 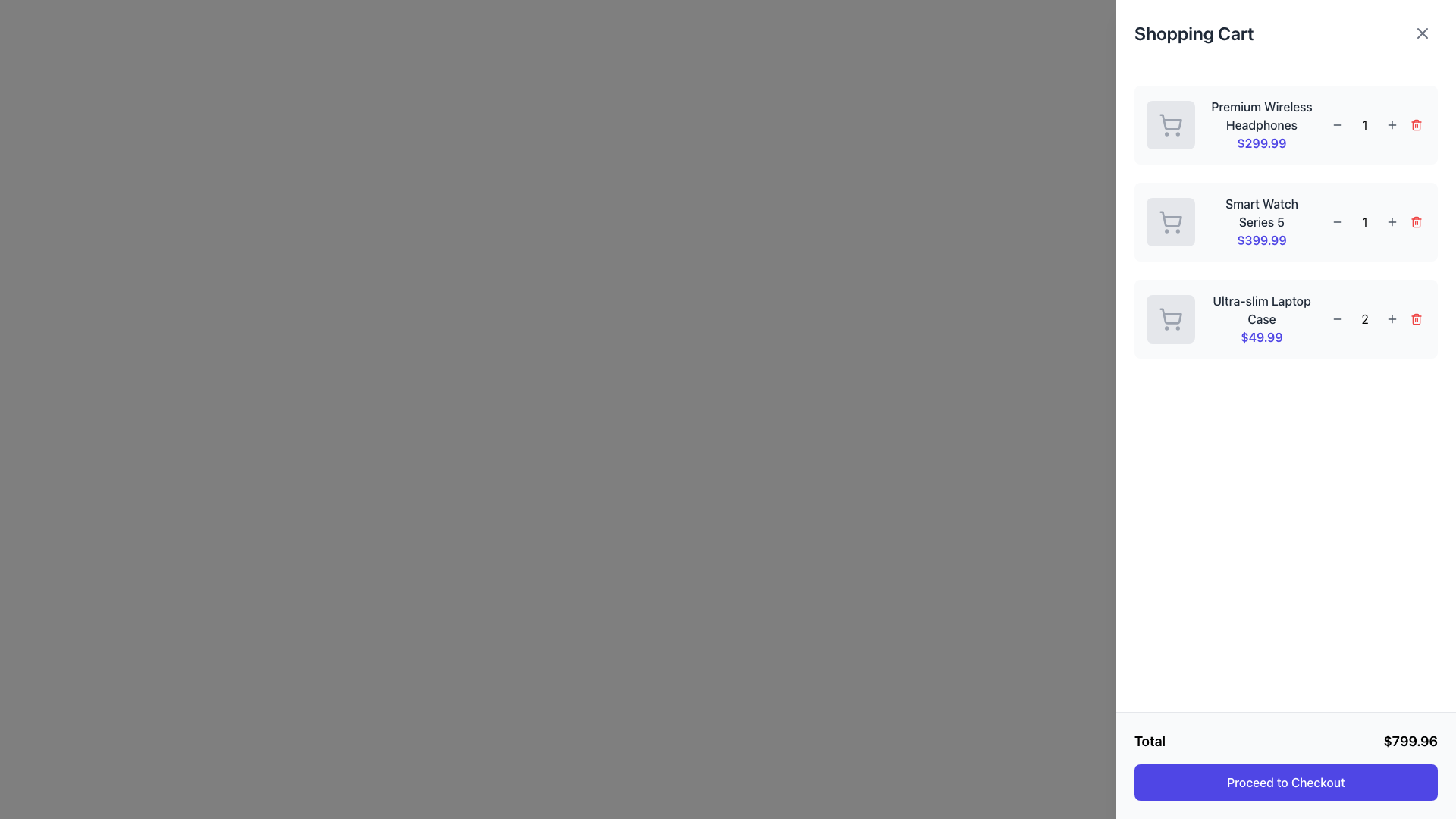 What do you see at coordinates (1365, 124) in the screenshot?
I see `displayed quantity from the text label showing the number '1', which is centered within its bounding area in the shopping cart, associated with 'Premium Wireless Headphones'` at bounding box center [1365, 124].